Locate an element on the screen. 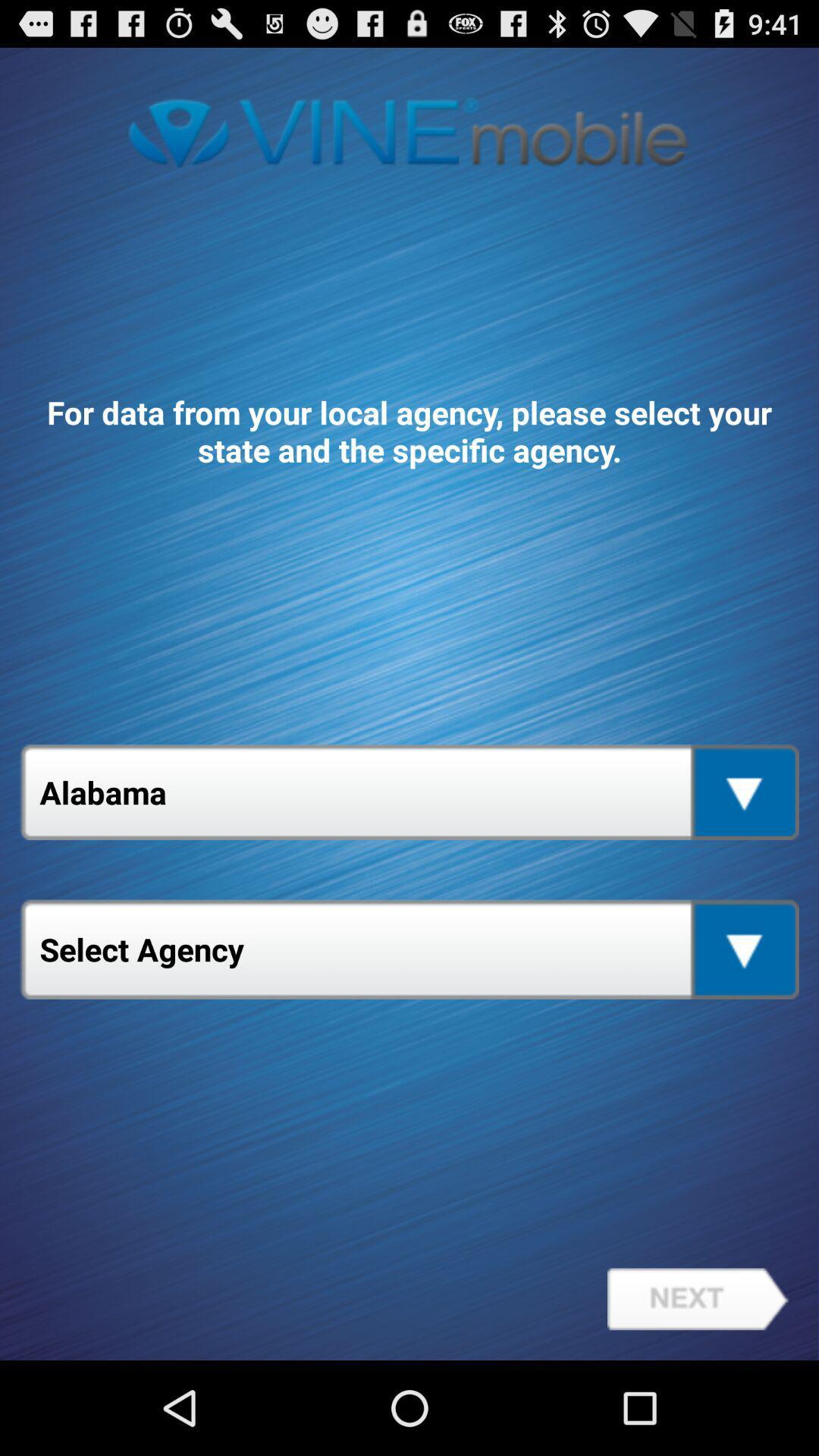  the app below the select agency is located at coordinates (698, 1298).